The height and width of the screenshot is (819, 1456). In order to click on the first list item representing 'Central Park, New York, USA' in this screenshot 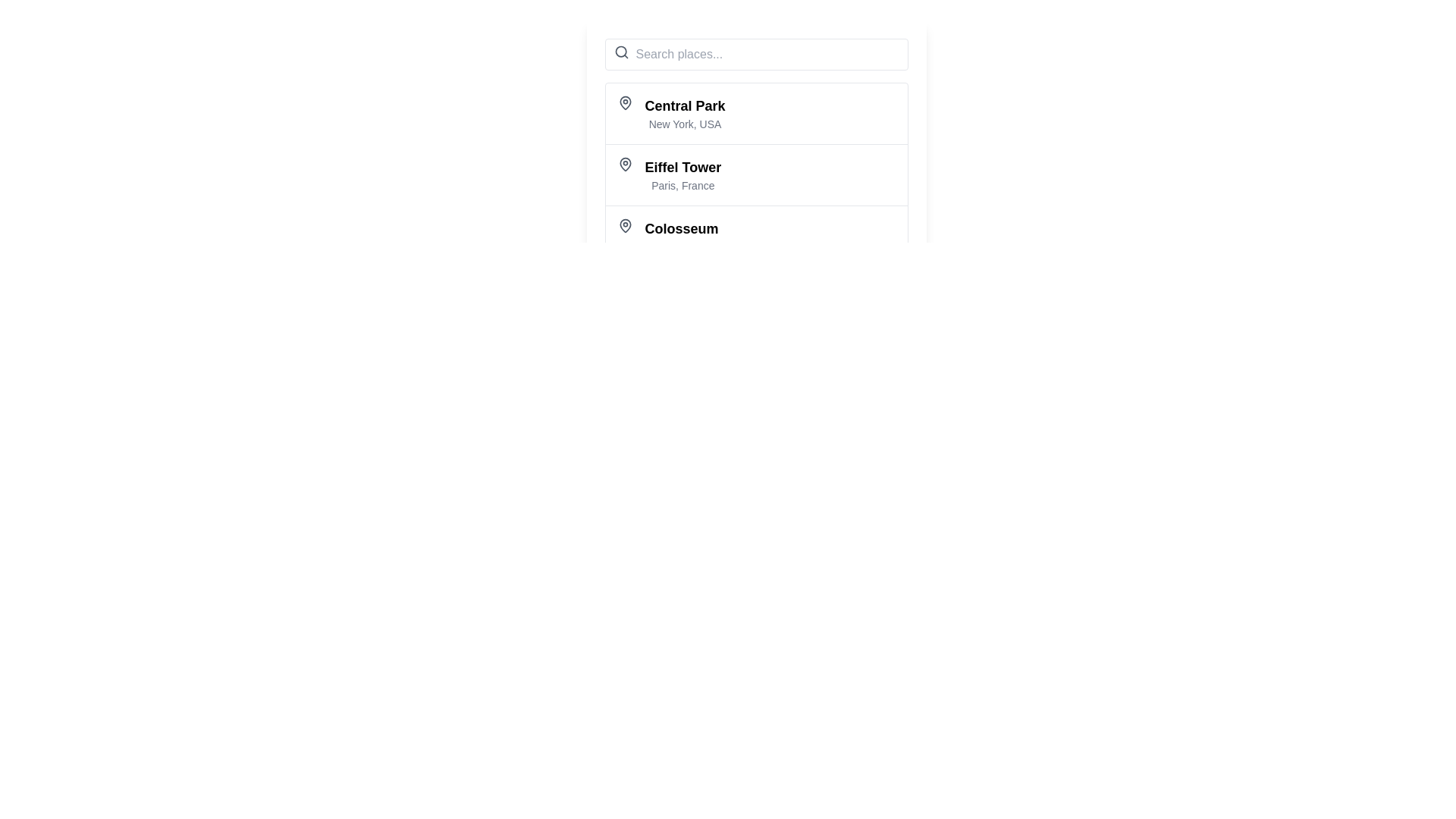, I will do `click(756, 113)`.